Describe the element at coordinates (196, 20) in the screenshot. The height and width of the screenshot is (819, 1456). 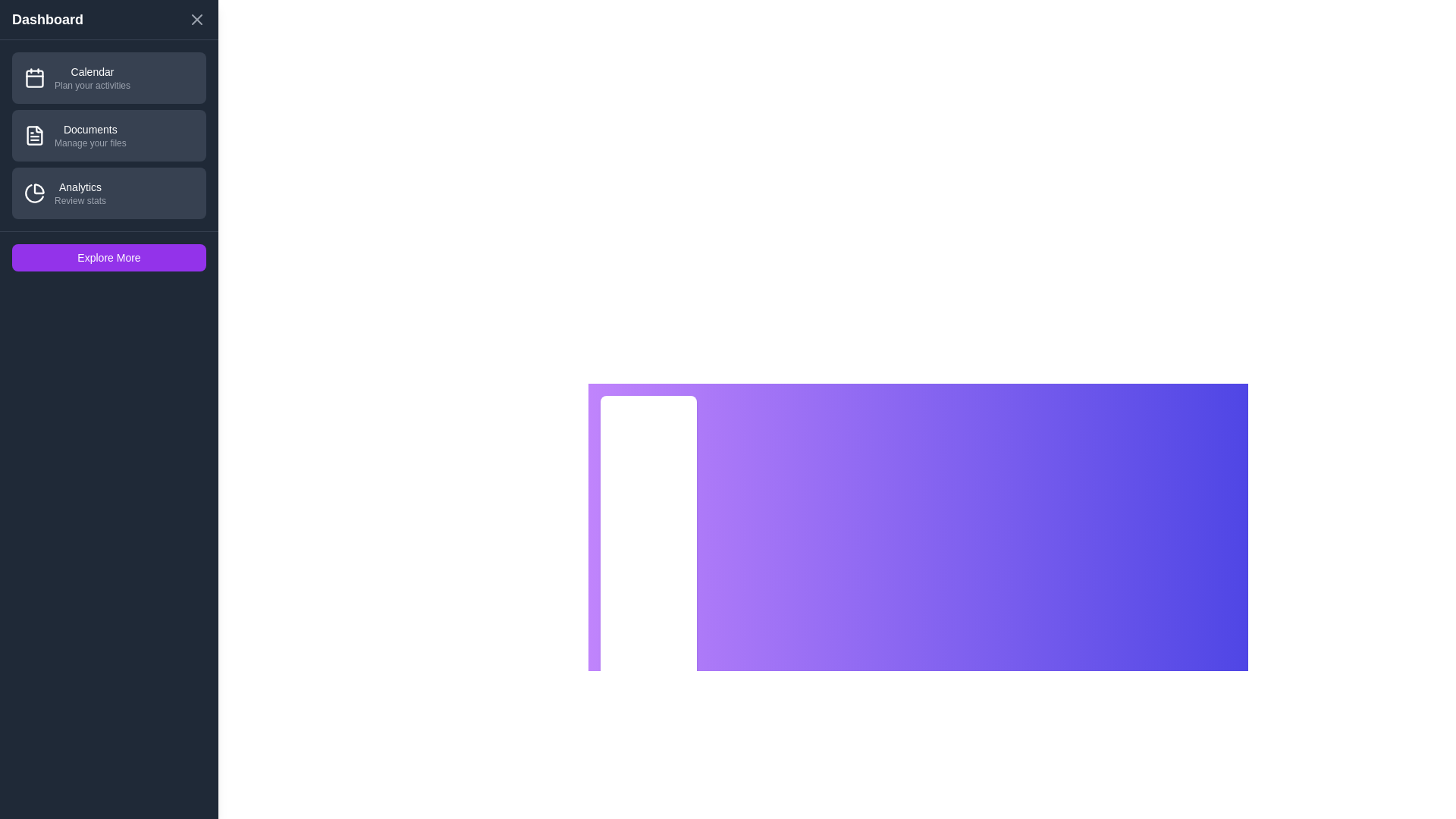
I see `close button to close the drawer` at that location.